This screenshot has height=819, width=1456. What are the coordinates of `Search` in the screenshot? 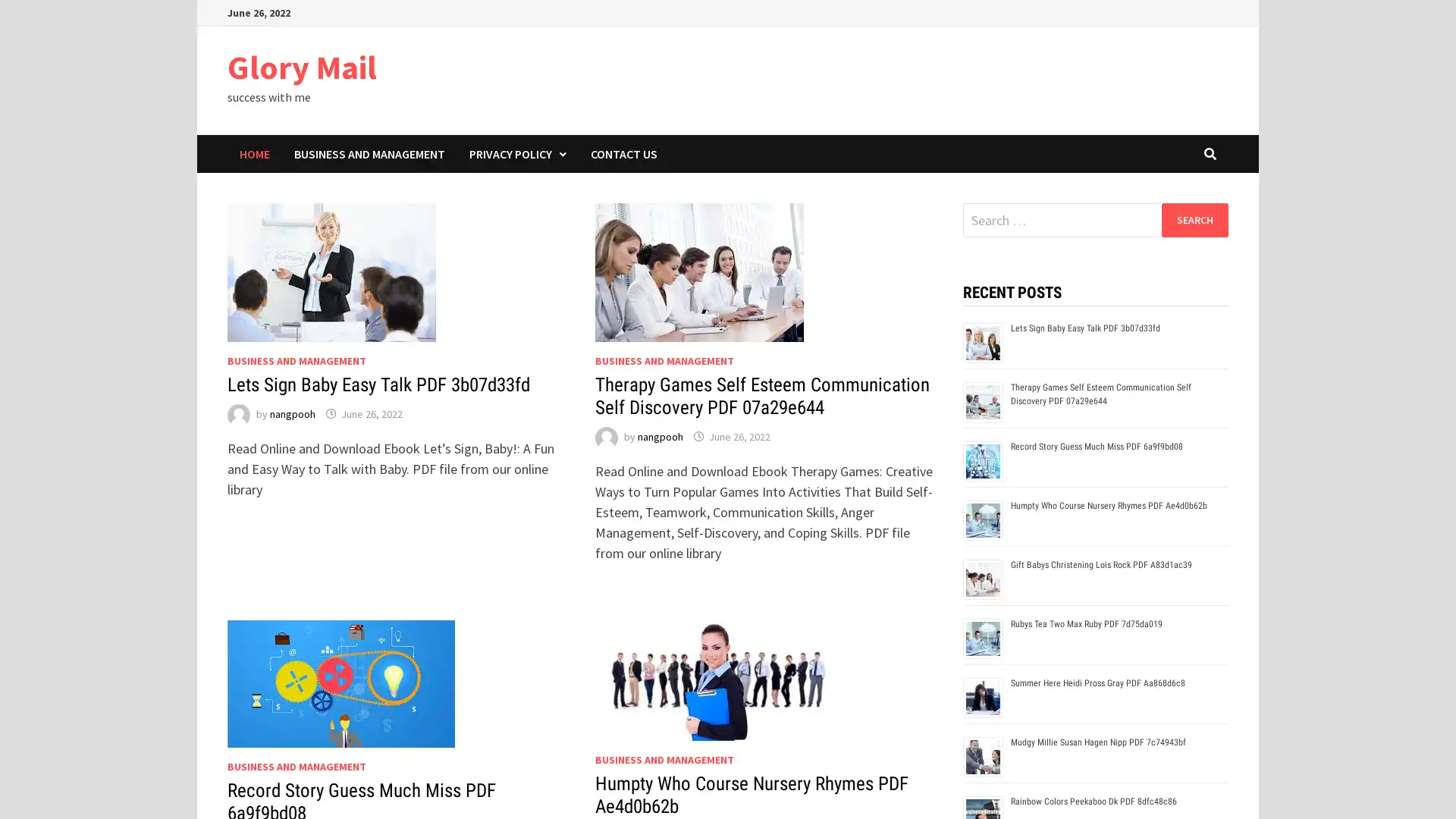 It's located at (1194, 219).